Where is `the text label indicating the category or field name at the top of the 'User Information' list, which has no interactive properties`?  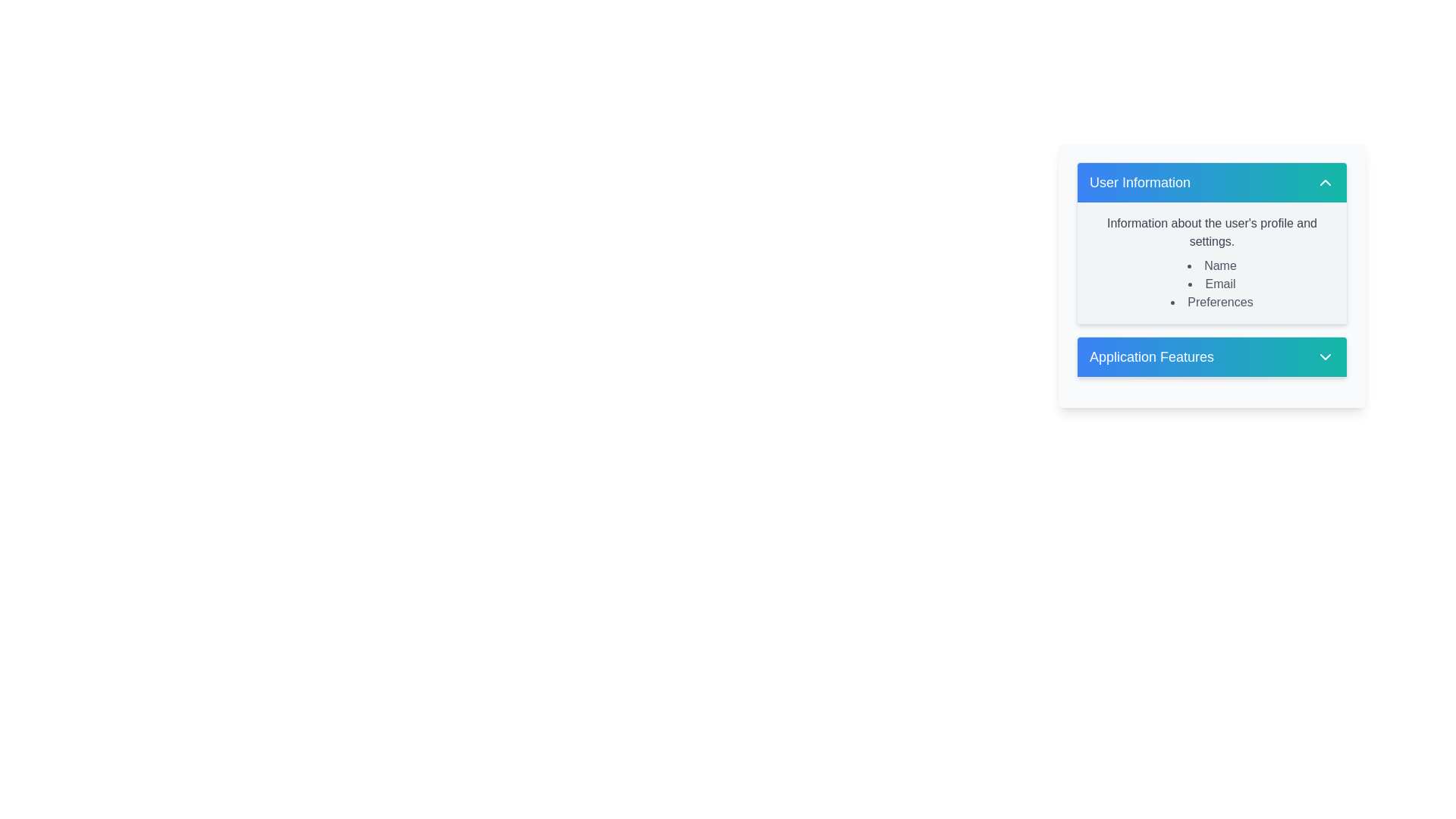 the text label indicating the category or field name at the top of the 'User Information' list, which has no interactive properties is located at coordinates (1211, 265).